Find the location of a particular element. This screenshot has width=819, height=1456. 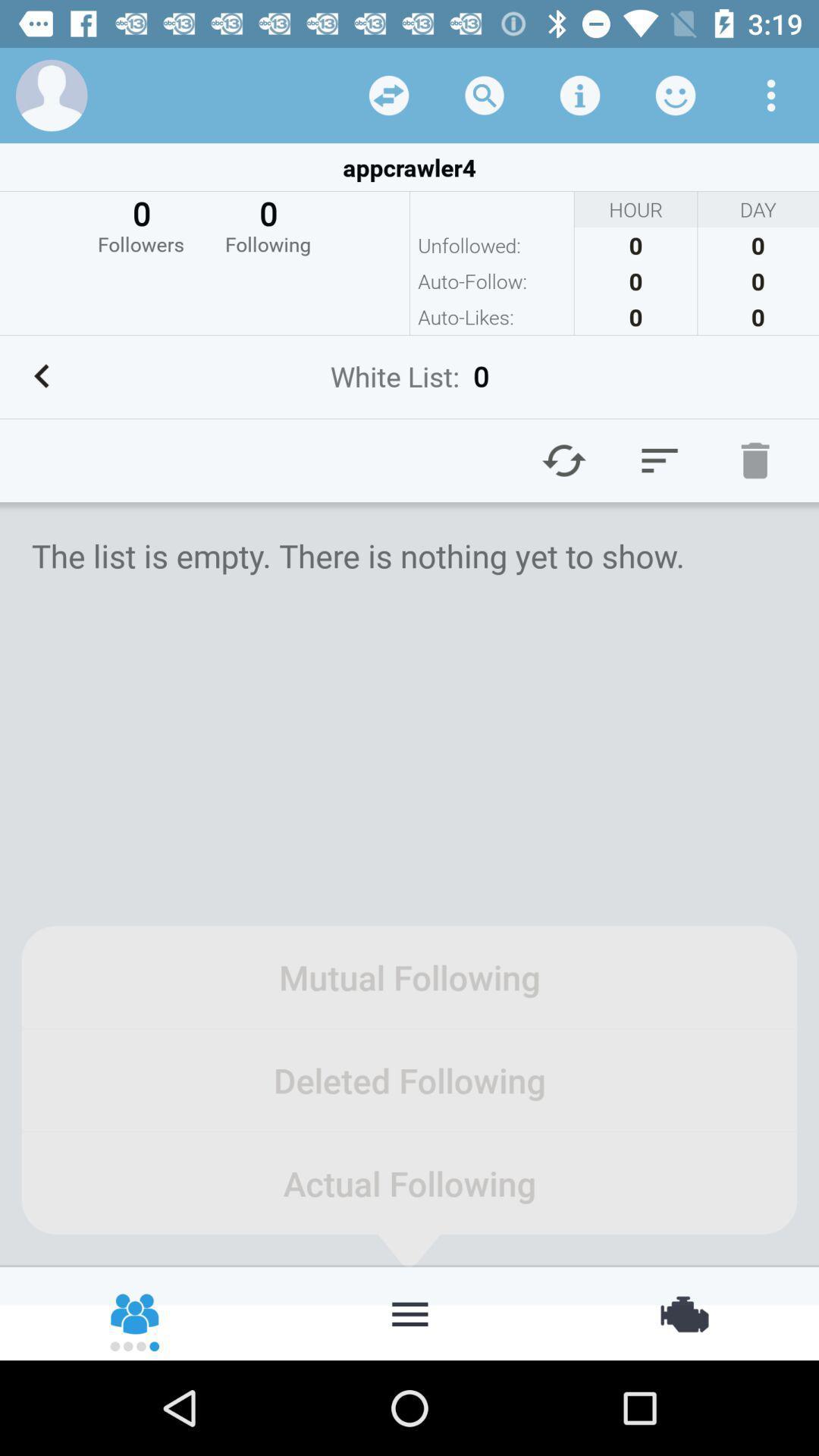

menu option is located at coordinates (771, 94).